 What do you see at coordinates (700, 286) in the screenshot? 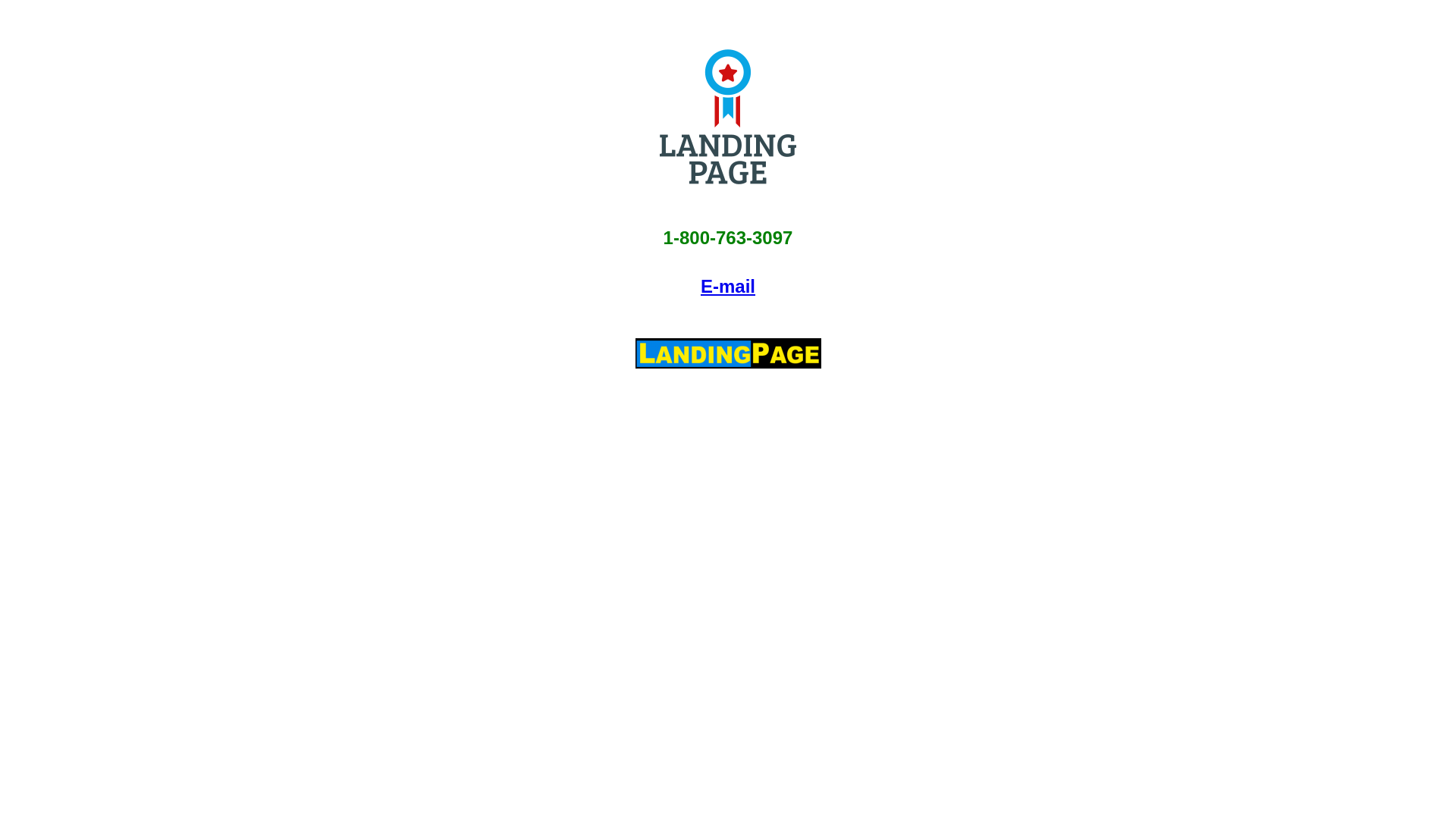
I see `'E-mail'` at bounding box center [700, 286].